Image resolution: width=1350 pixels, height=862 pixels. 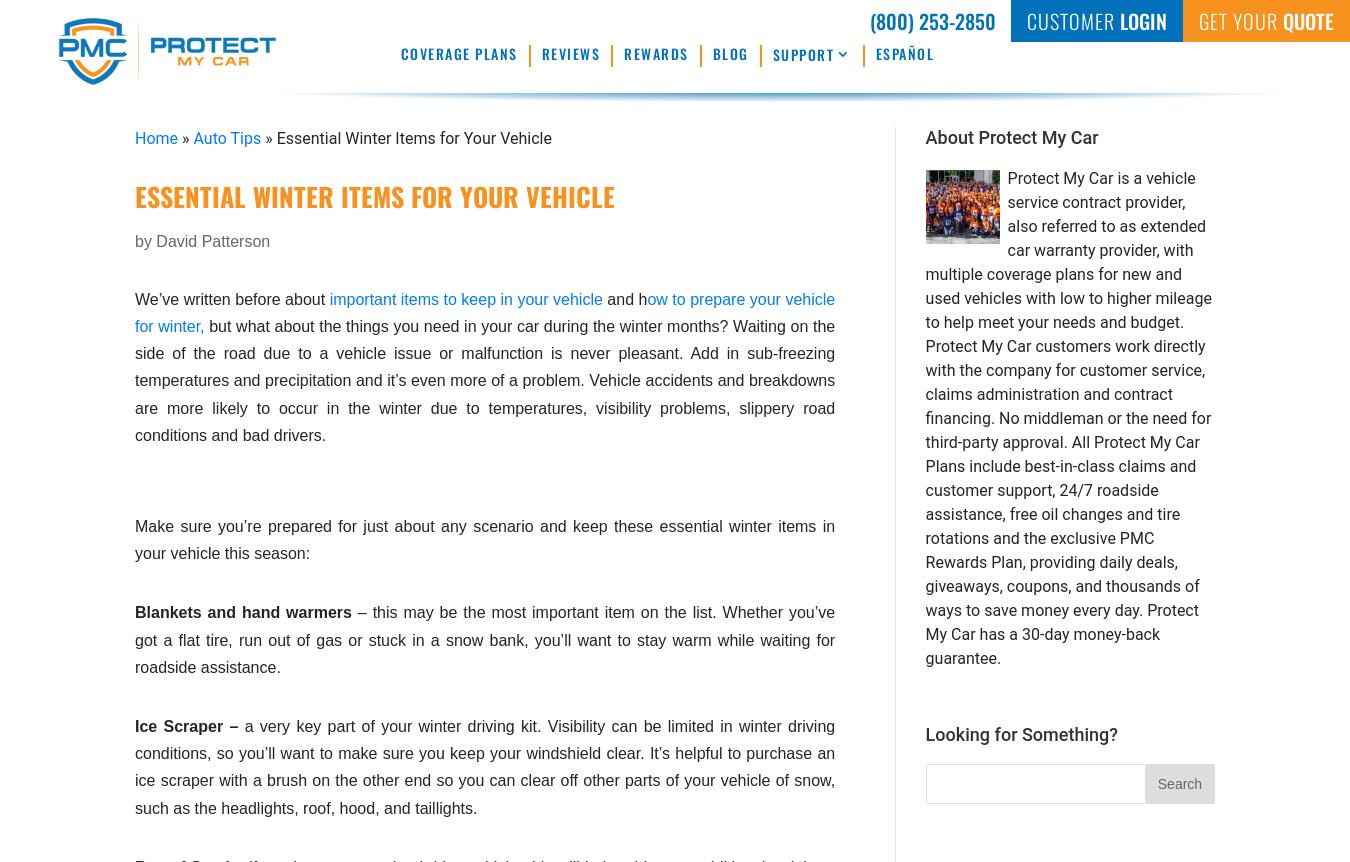 I want to click on 'by', so click(x=145, y=239).